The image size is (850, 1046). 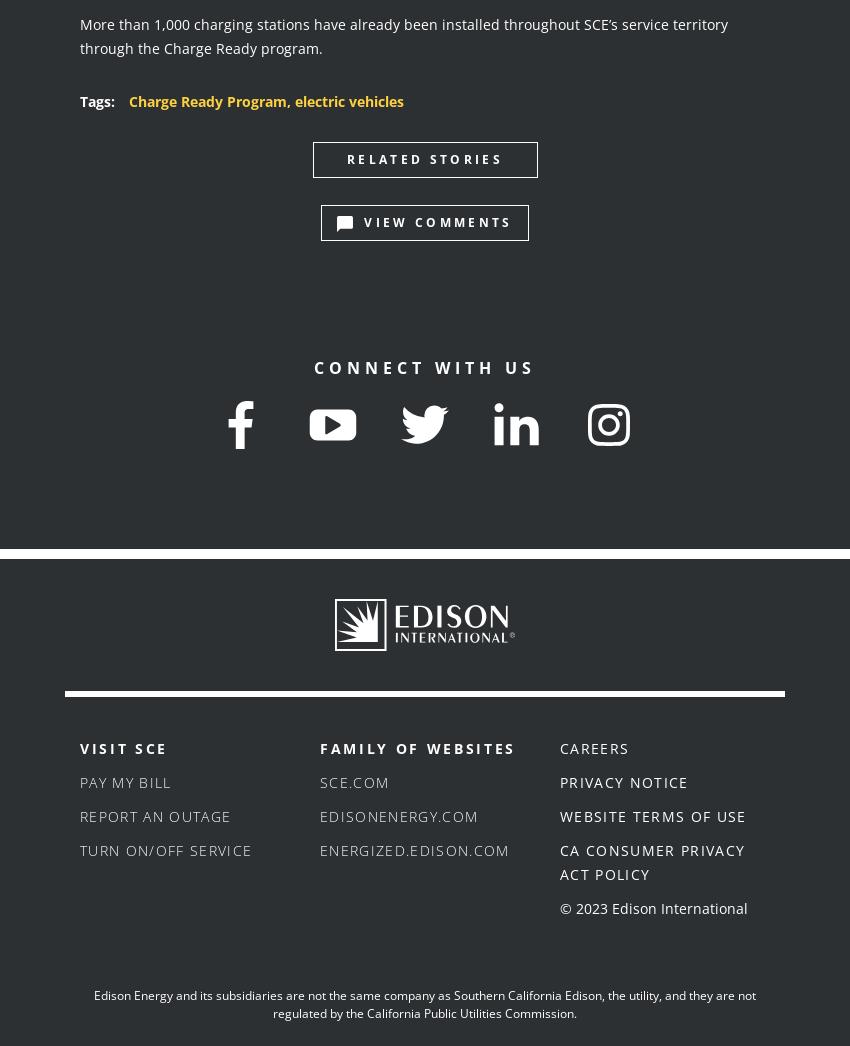 I want to click on 'More than 1,000 charging stations have already been installed throughout SCE’s service territory through the Charge Ready program.', so click(x=404, y=34).